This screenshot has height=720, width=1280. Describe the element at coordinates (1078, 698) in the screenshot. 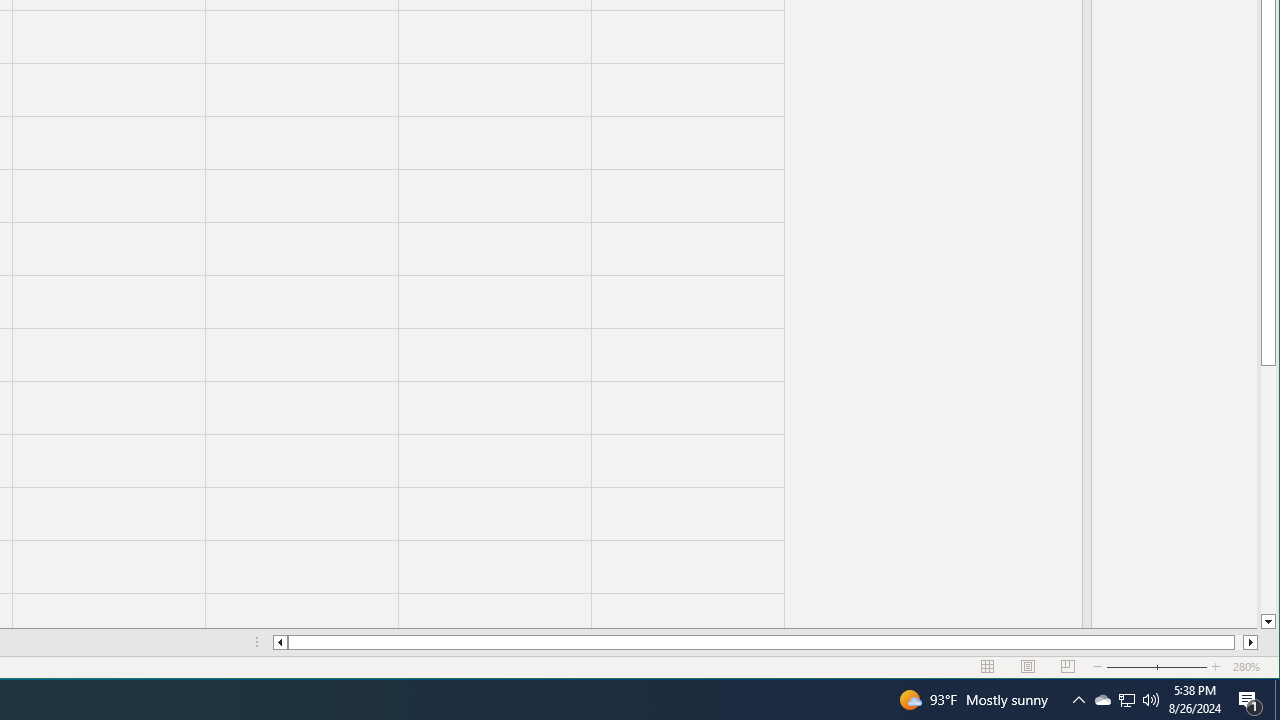

I see `'Notification Chevron'` at that location.